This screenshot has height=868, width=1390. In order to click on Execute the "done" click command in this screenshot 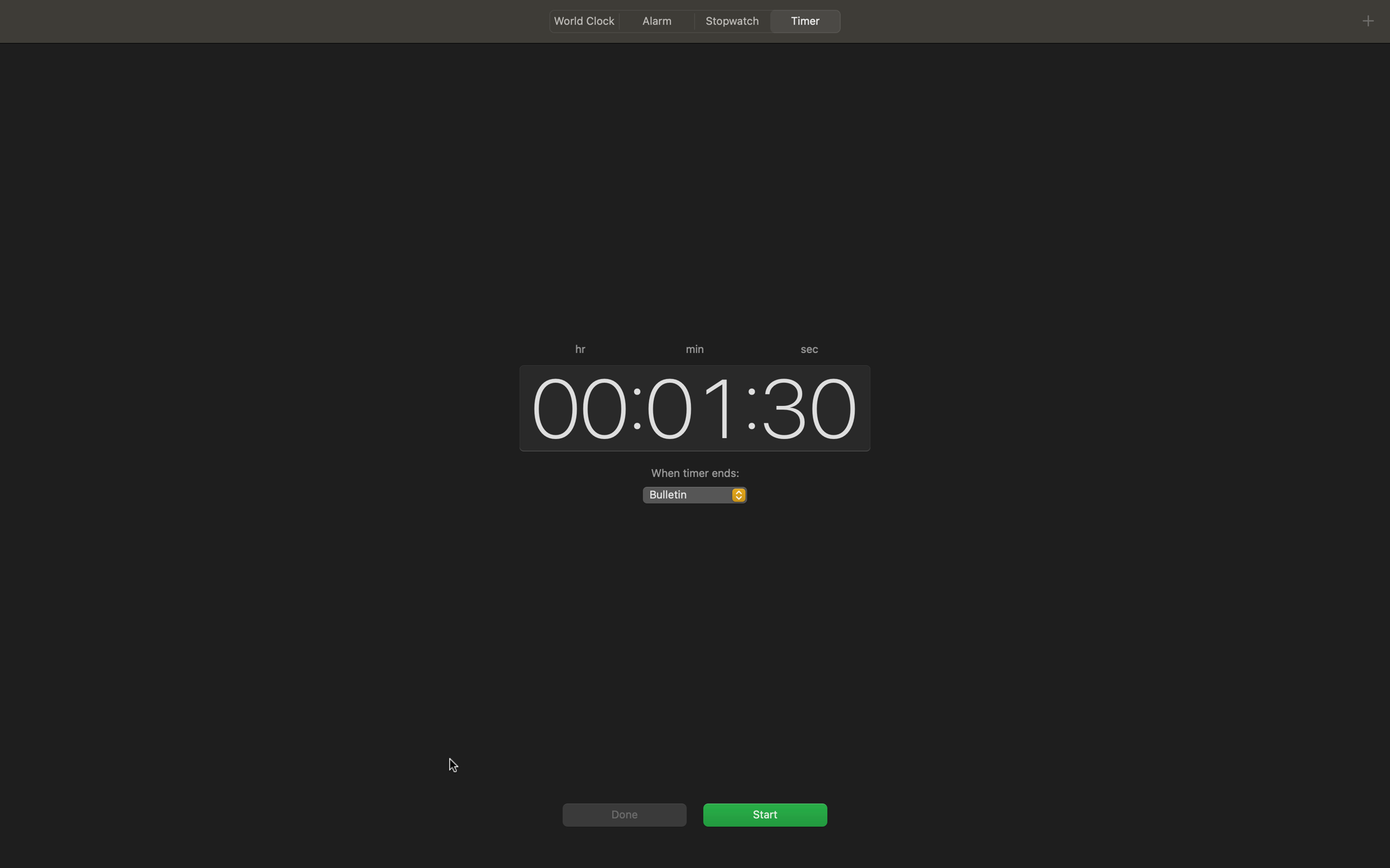, I will do `click(623, 814)`.